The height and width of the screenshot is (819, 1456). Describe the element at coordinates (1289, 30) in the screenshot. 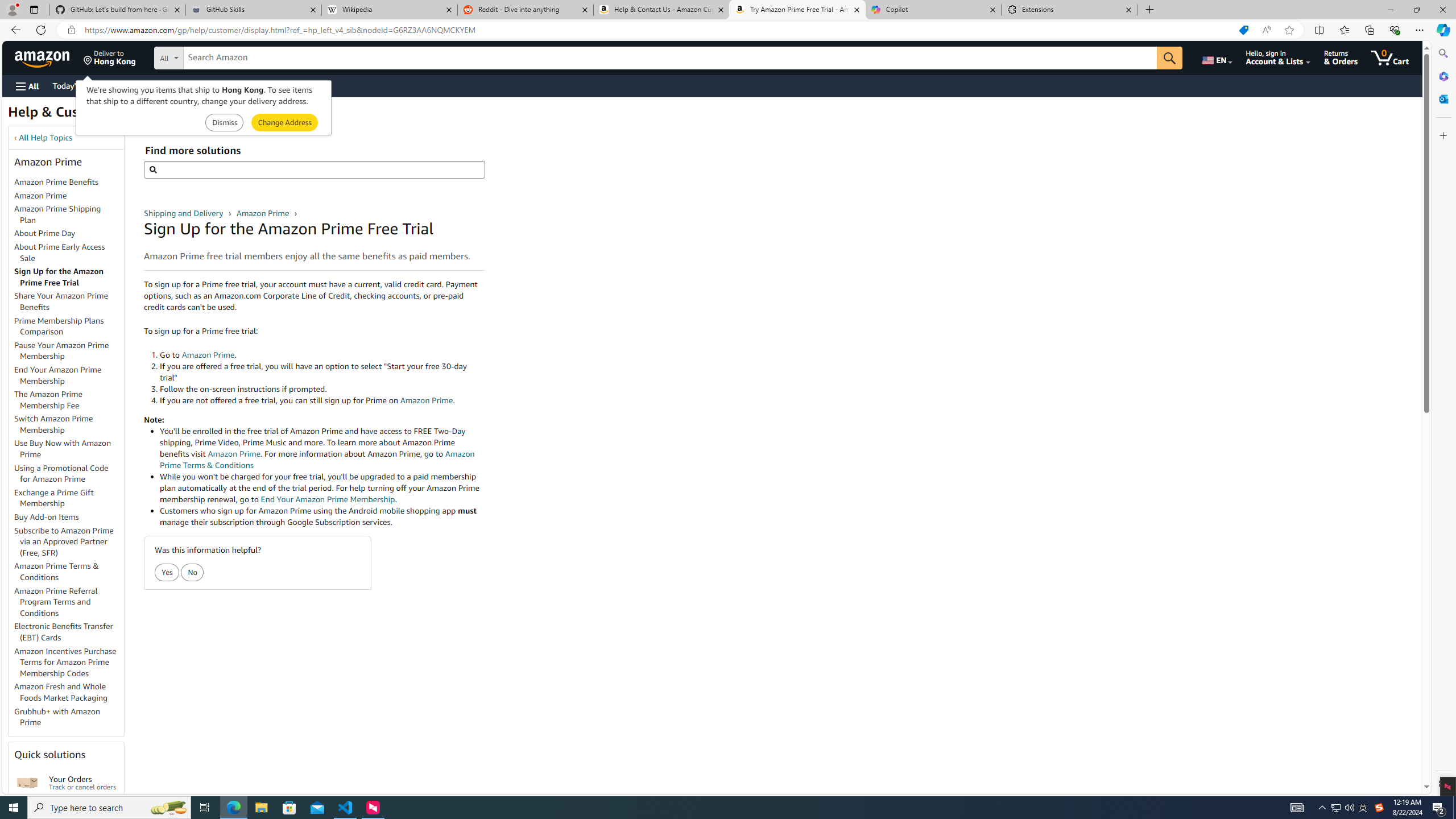

I see `'Add this page to favorites (Ctrl+D)'` at that location.